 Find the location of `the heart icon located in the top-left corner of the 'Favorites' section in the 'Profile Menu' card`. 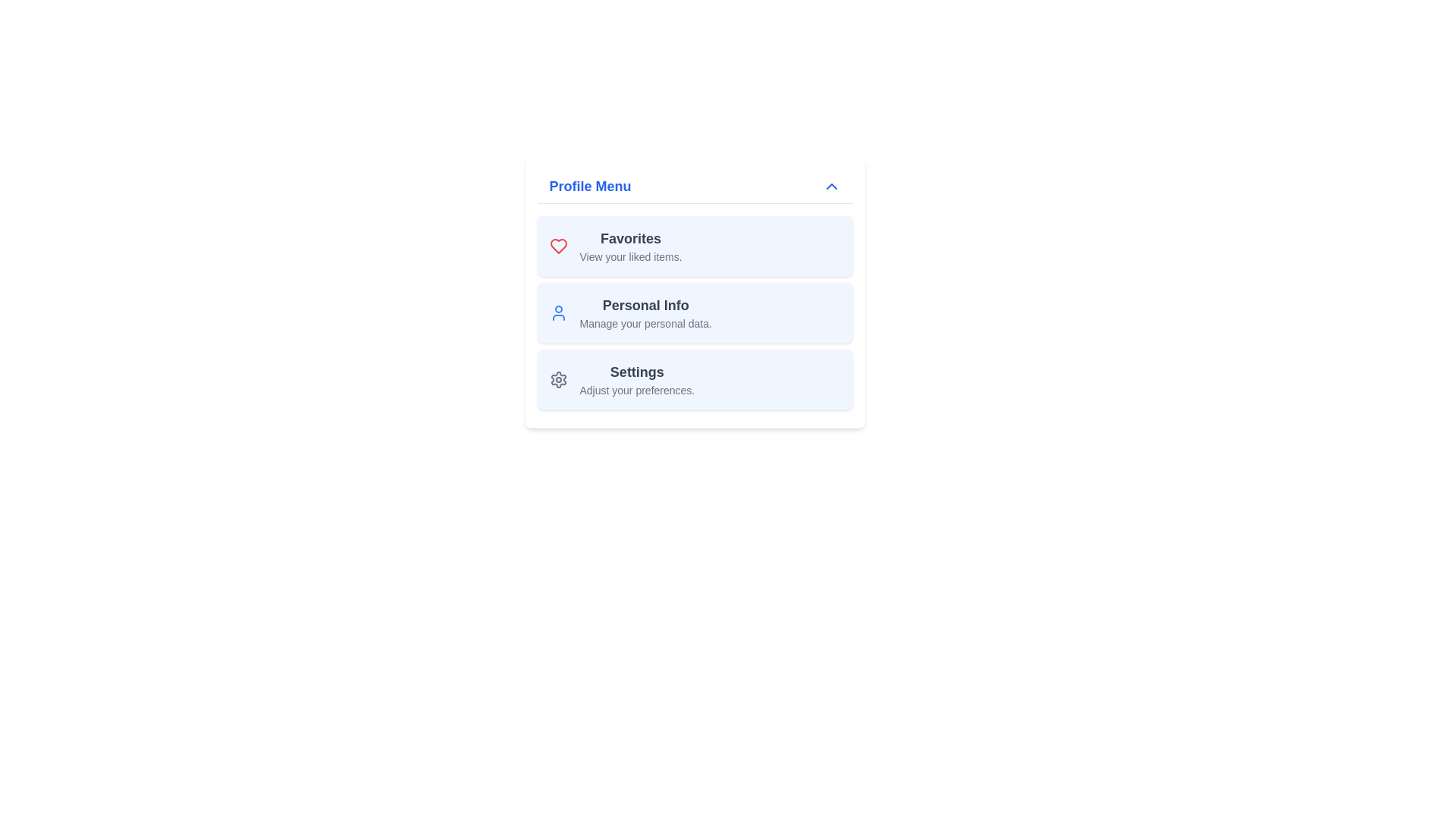

the heart icon located in the top-left corner of the 'Favorites' section in the 'Profile Menu' card is located at coordinates (557, 245).